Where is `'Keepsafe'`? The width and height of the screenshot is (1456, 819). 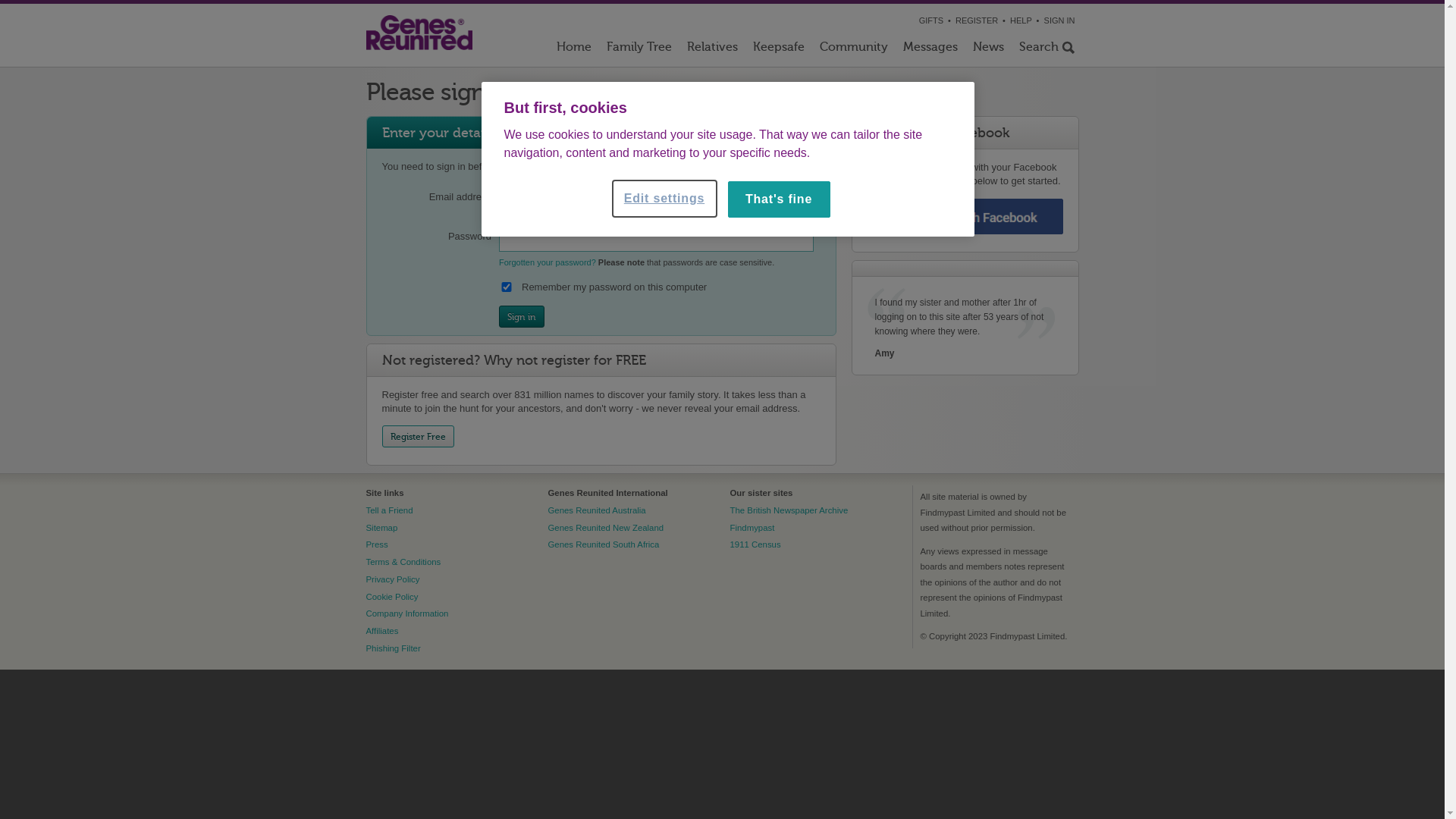 'Keepsafe' is located at coordinates (778, 49).